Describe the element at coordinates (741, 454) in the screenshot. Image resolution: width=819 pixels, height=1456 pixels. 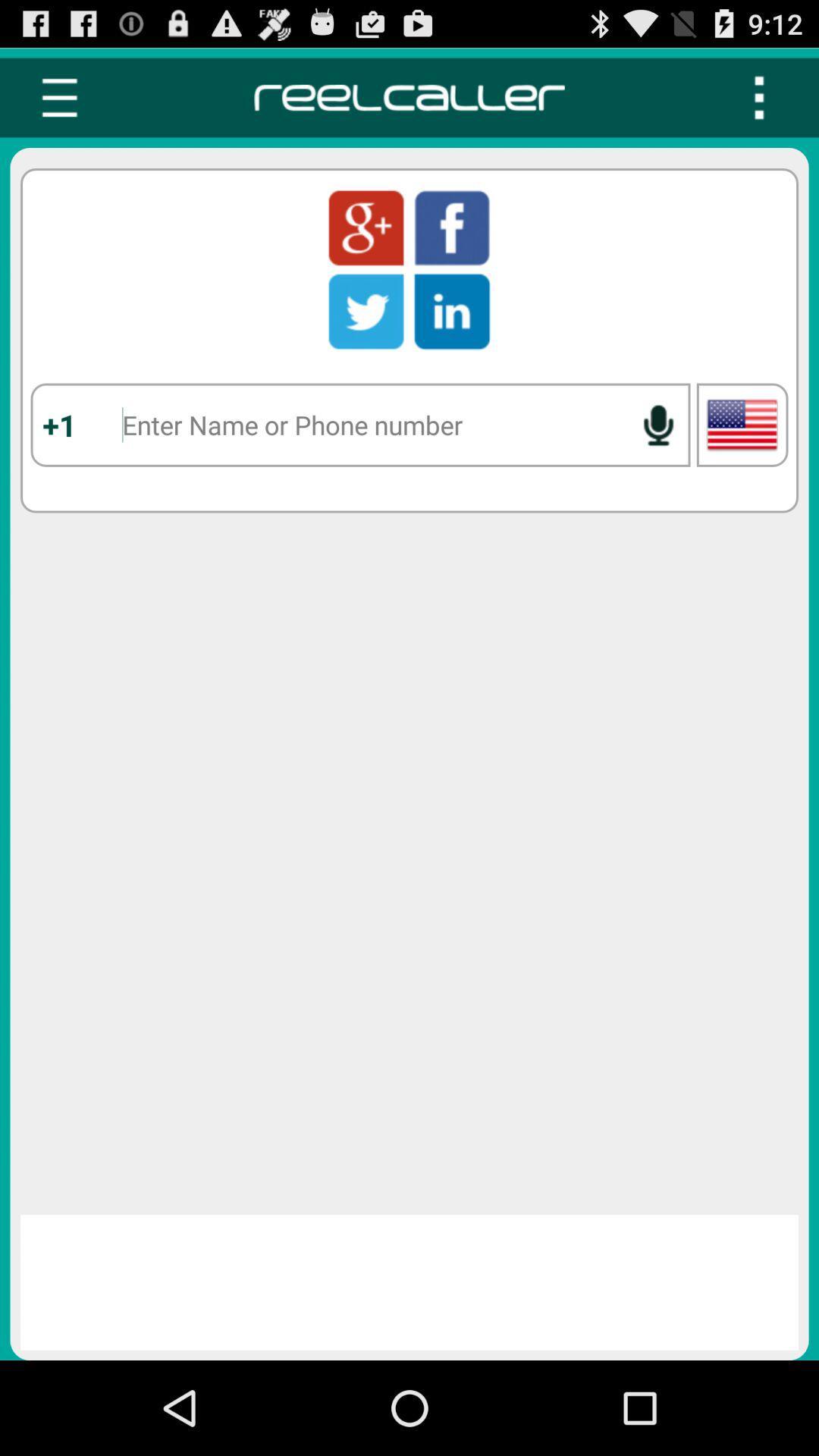
I see `the national_flag icon` at that location.